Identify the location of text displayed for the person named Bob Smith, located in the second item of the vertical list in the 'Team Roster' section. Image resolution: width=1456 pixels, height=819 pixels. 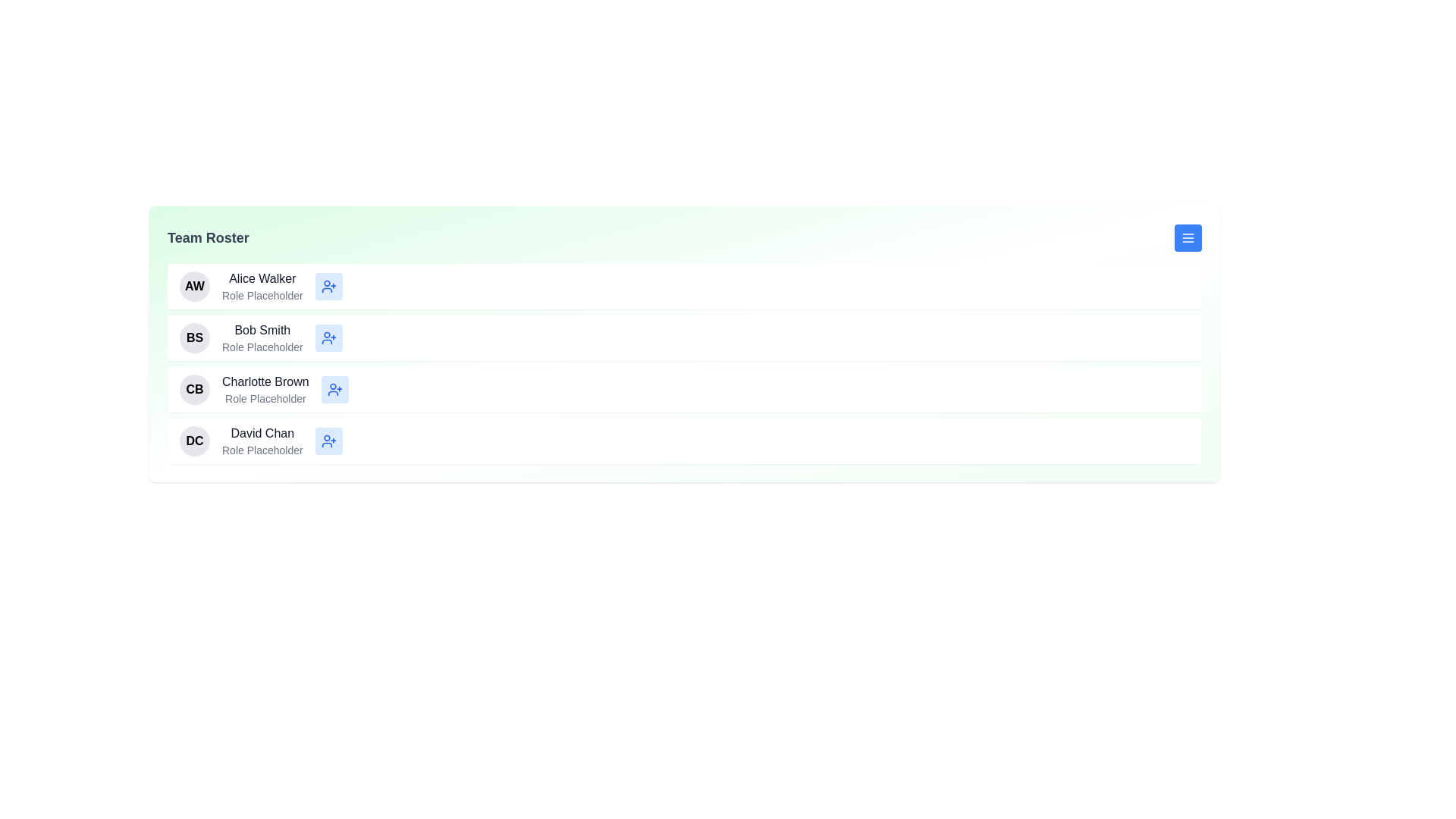
(262, 337).